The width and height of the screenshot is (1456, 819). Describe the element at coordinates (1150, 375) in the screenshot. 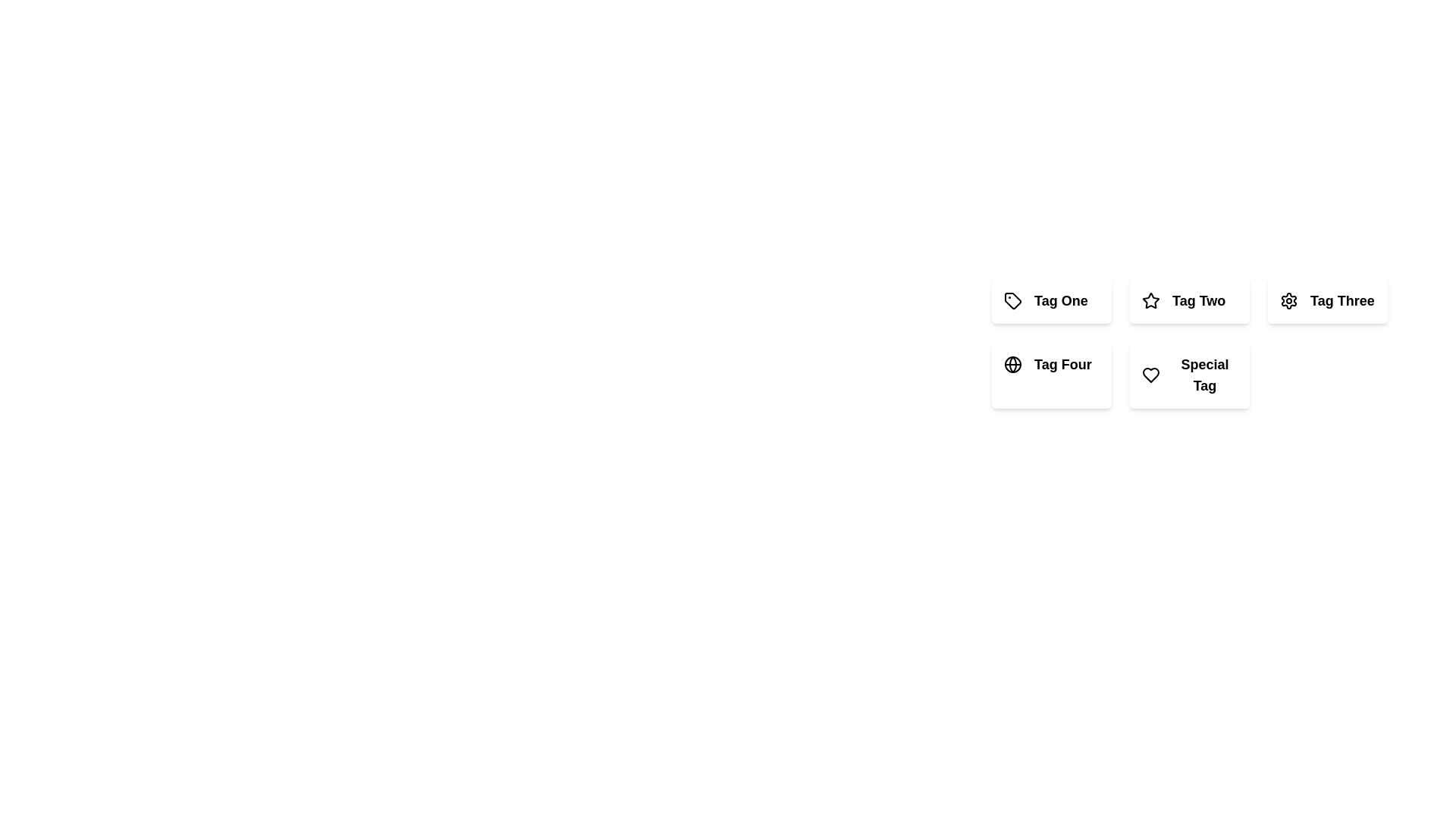

I see `the heart-shaped outline icon within the 'Special Tag' button, which is positioned to the left of the label text` at that location.